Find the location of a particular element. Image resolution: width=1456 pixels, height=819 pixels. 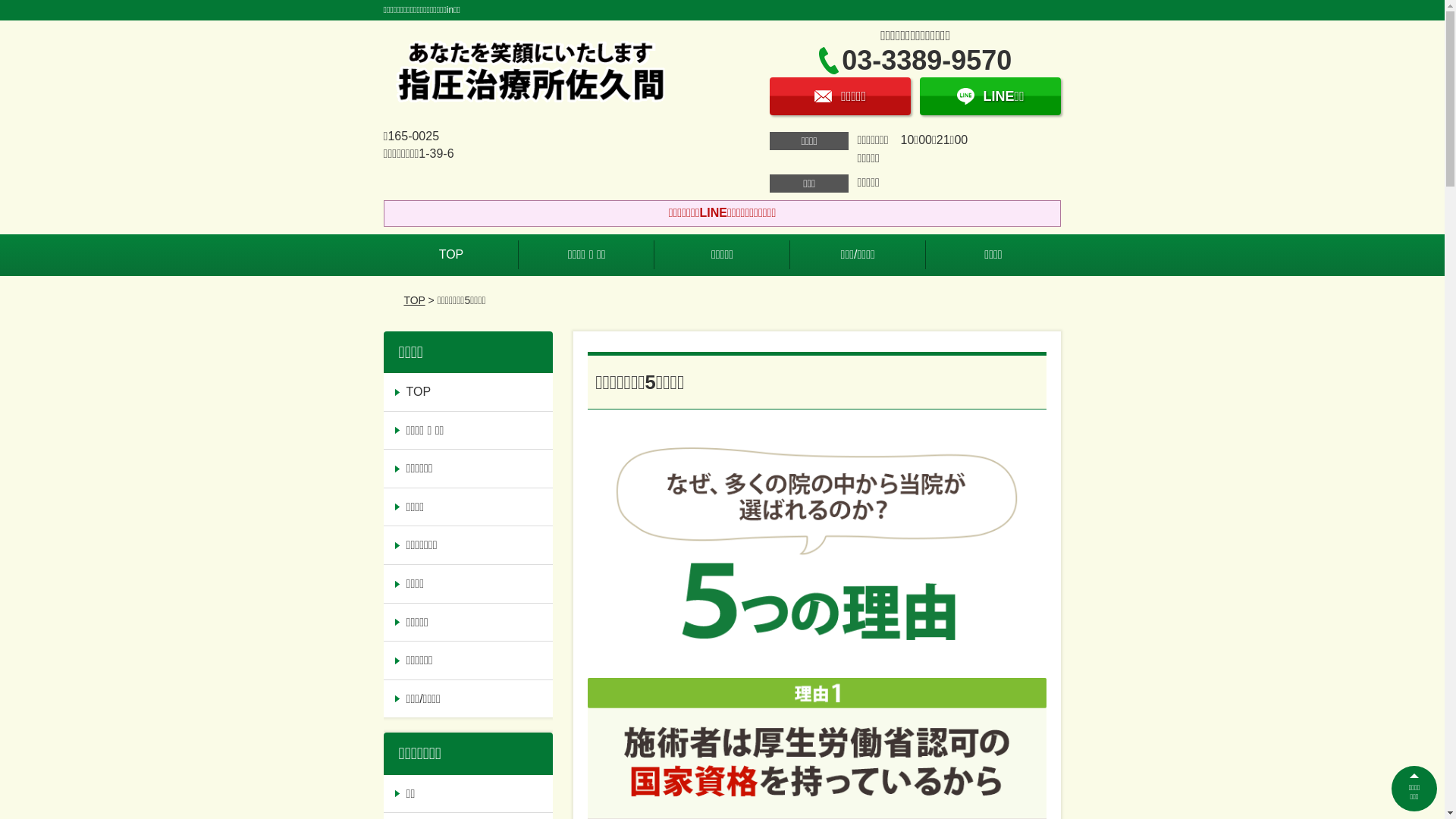

'TOP' is located at coordinates (450, 253).